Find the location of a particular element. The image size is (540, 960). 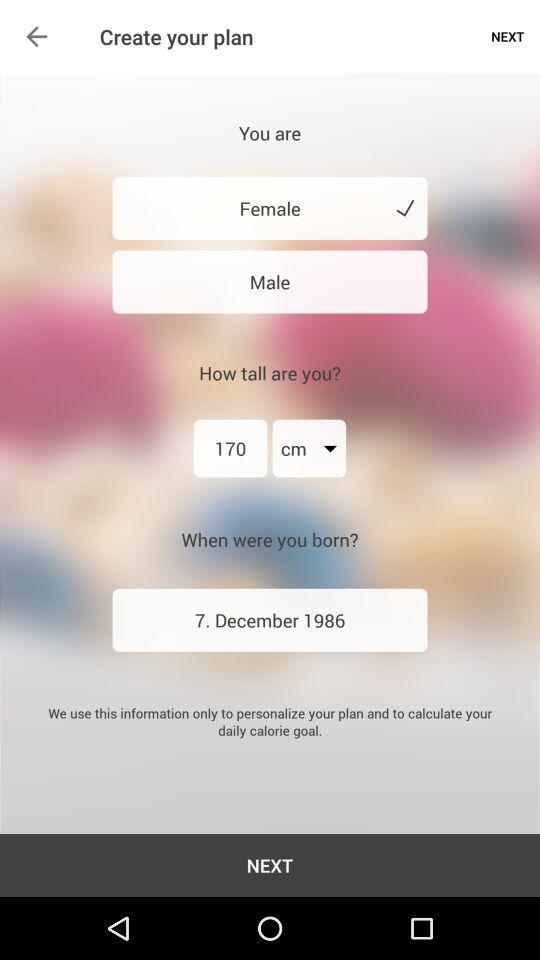

the item next to the cm item is located at coordinates (229, 448).